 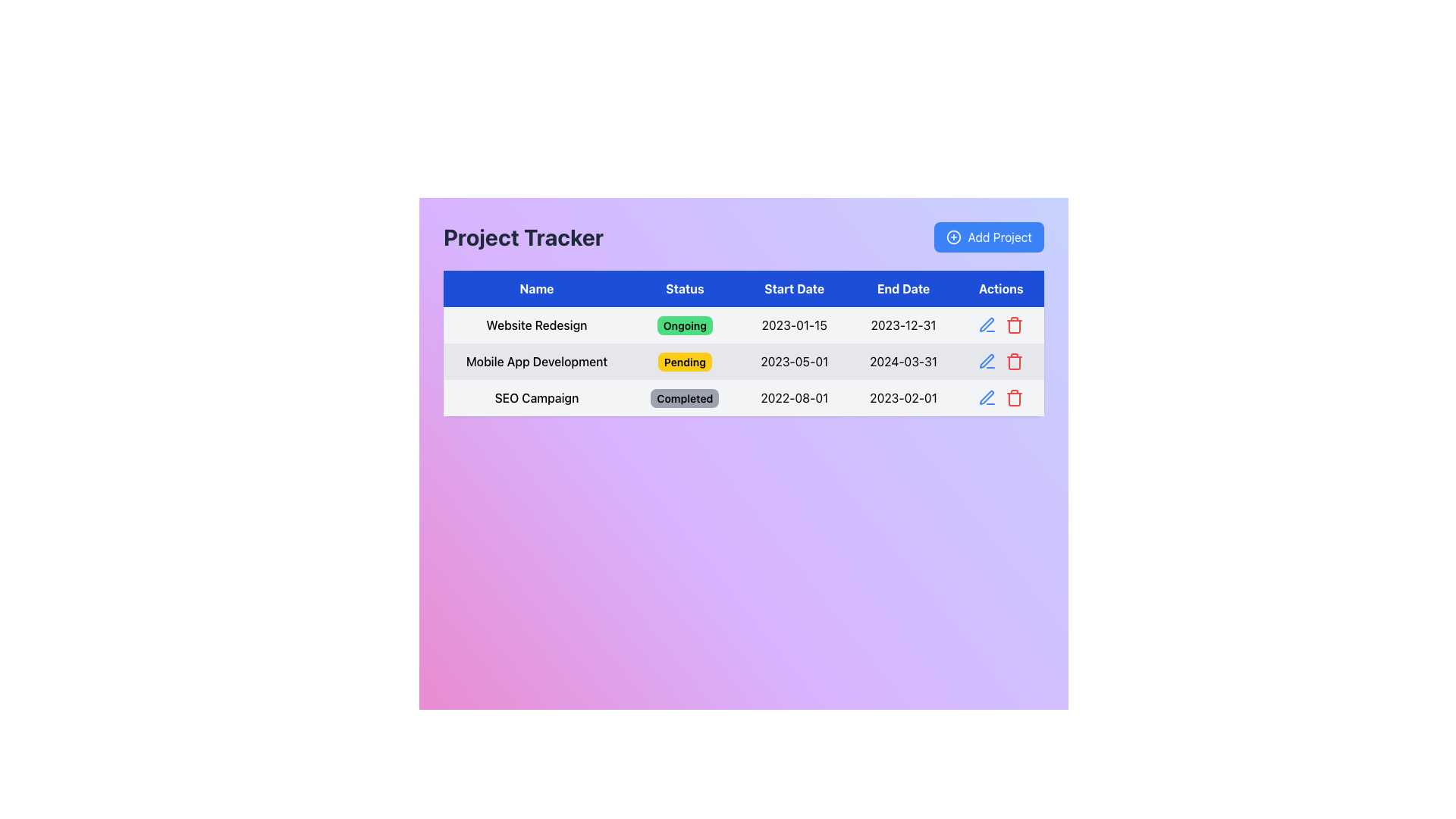 I want to click on the static text component displaying the date '2022-08-01' in the 'Start Date' column of the third row in the project tracking application table, so click(x=793, y=397).